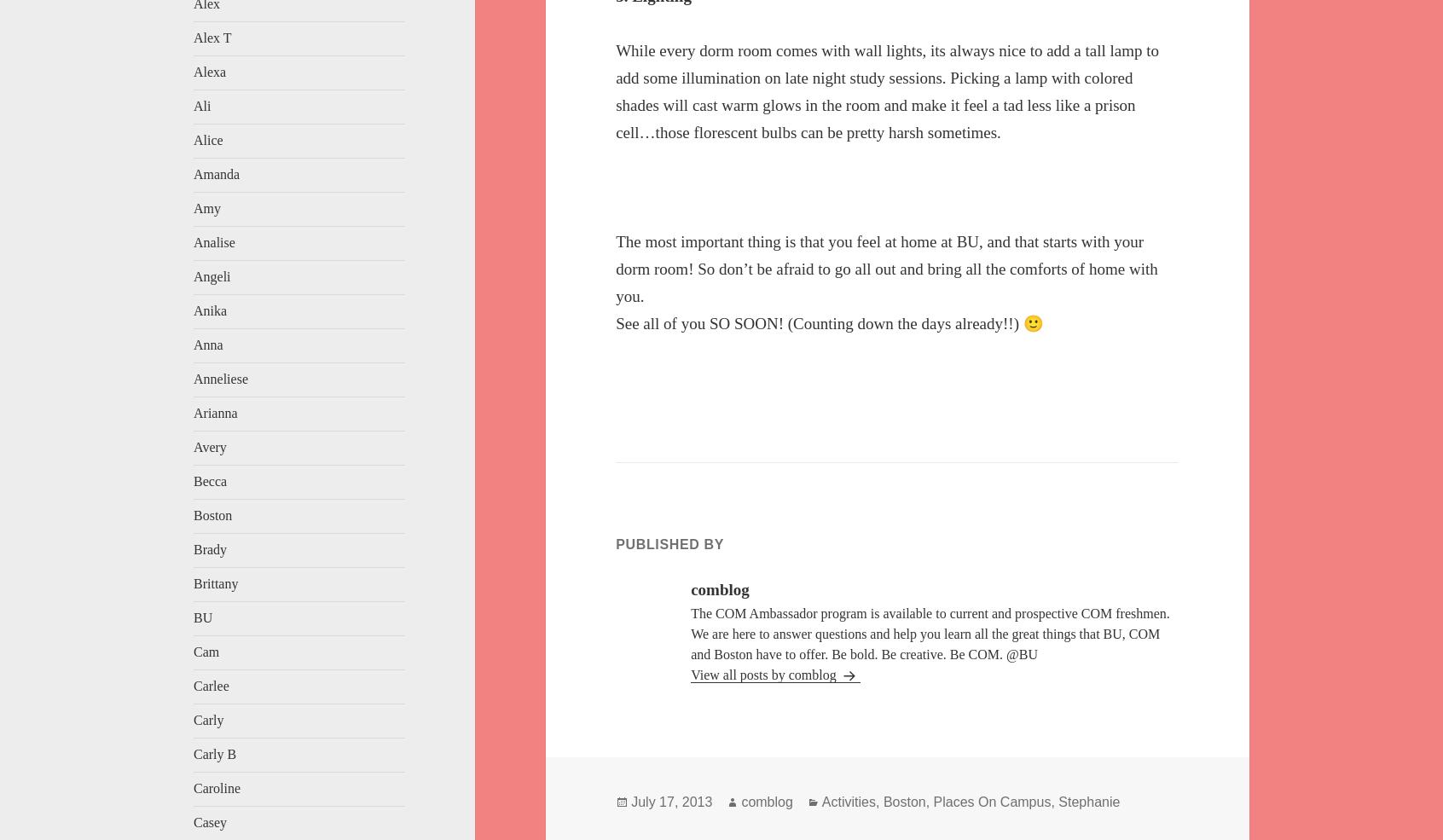 This screenshot has height=840, width=1443. Describe the element at coordinates (886, 90) in the screenshot. I see `'While every dorm room comes with wall lights, its always nice to add a tall lamp to add some illumination on late night study sessions. Picking a lamp with colored shades will cast warm glows in the room and make it feel a tad less like a prison cell…those florescent bulbs can be pretty harsh sometimes.'` at that location.